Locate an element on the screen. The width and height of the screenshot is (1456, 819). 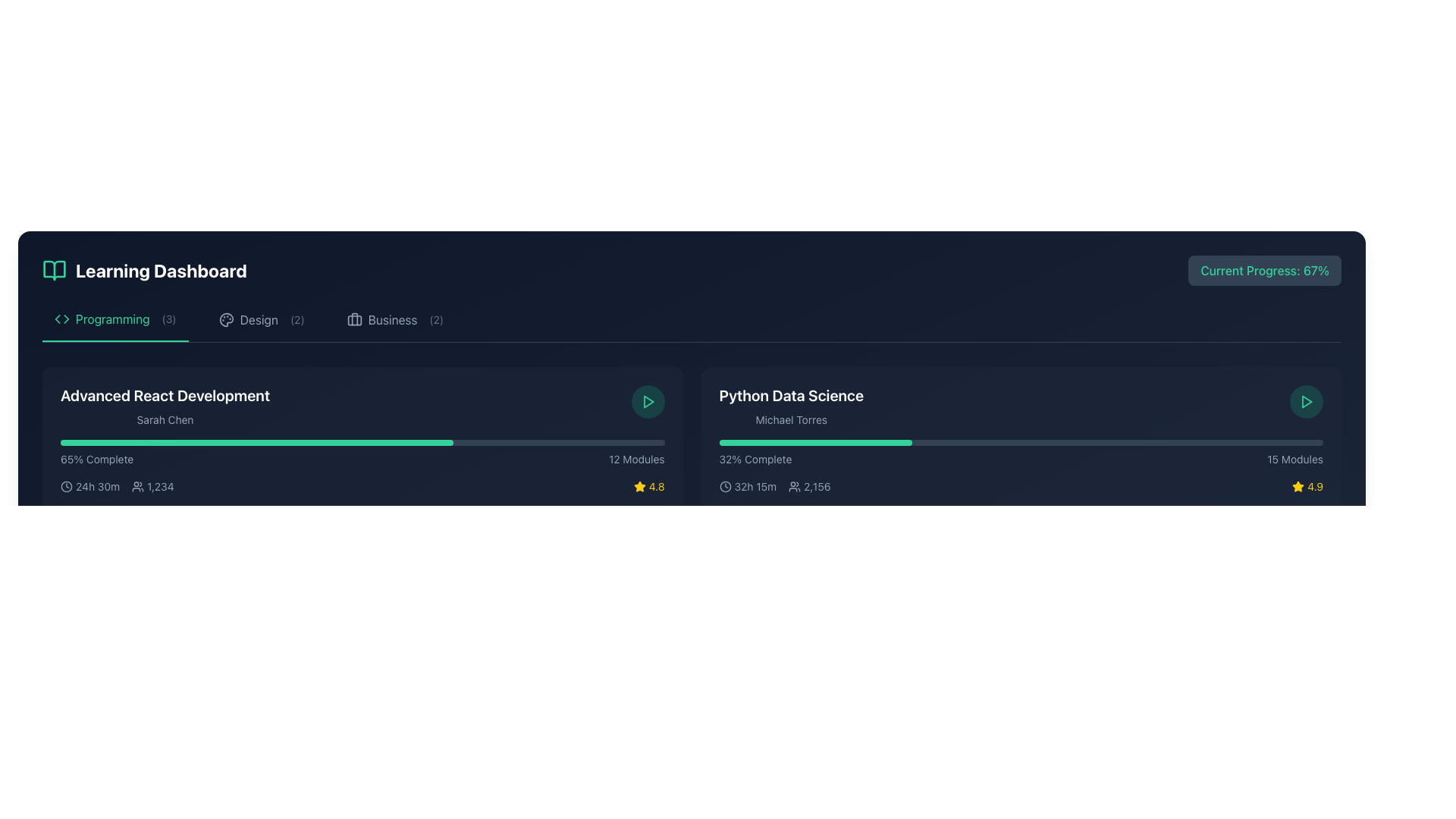
the circular green play button located at the right end of the 'Python Data Science' course section to play the course is located at coordinates (1306, 400).